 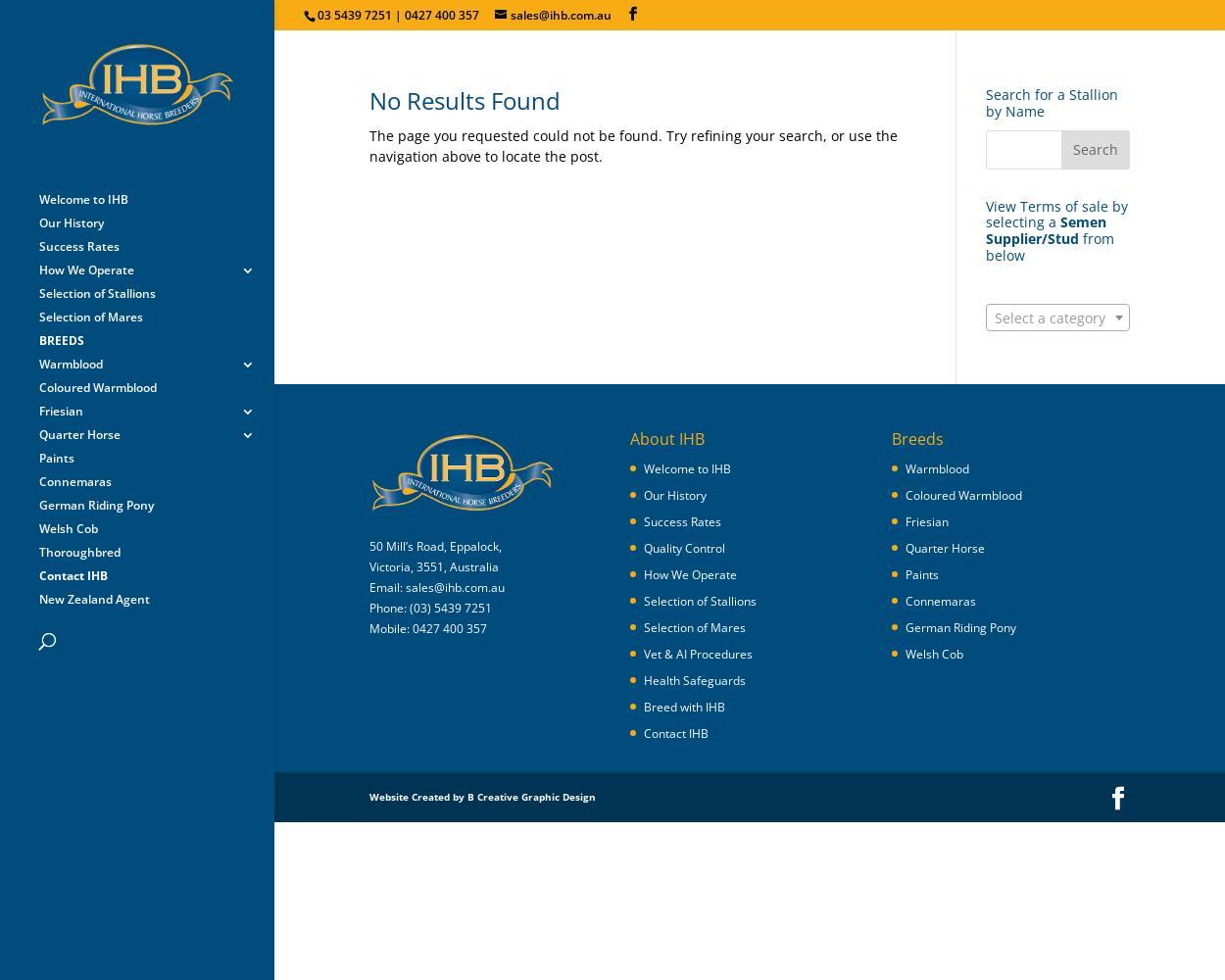 I want to click on 'Breeds', so click(x=916, y=437).